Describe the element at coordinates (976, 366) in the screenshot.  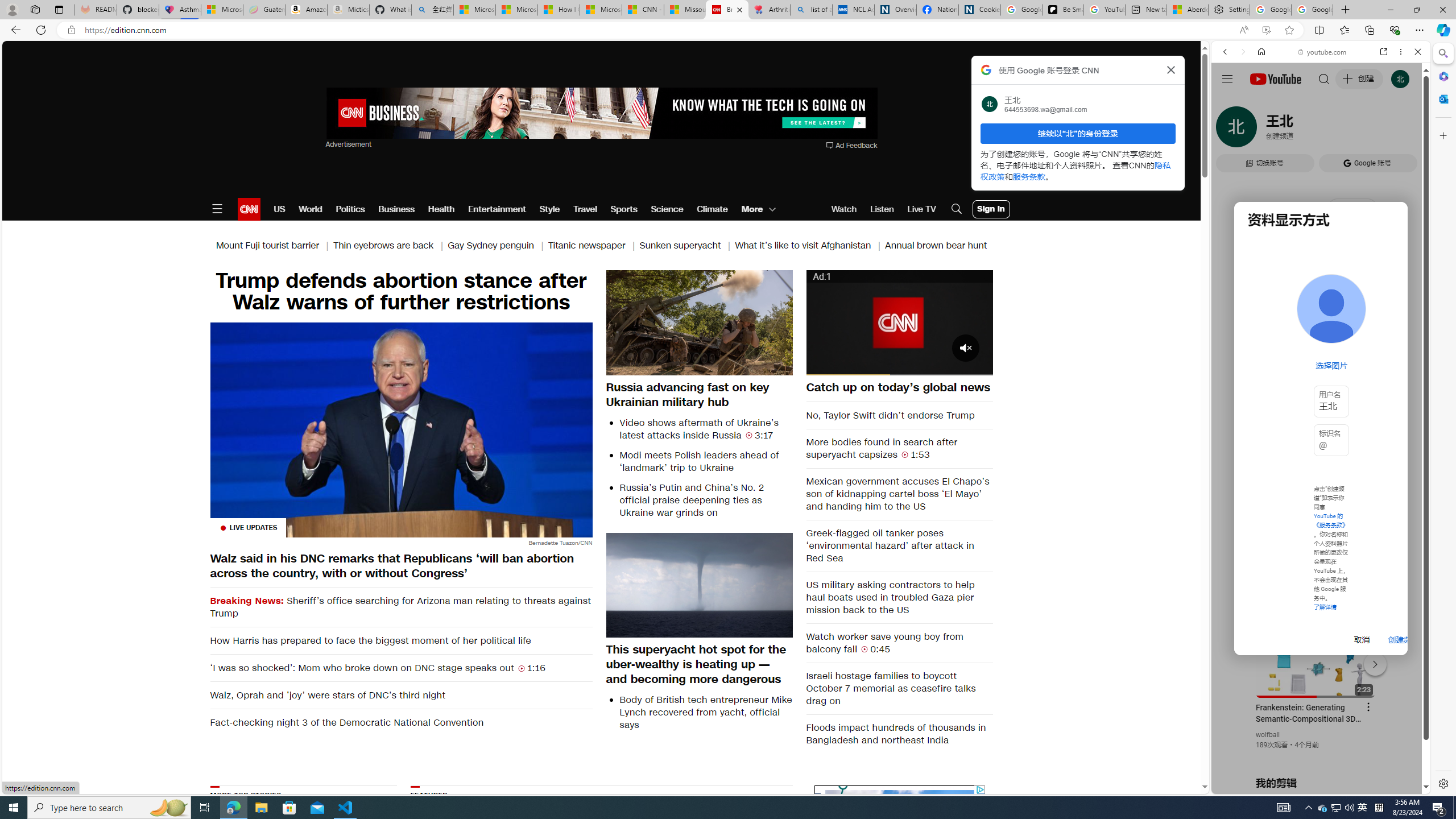
I see `'Fullscreen'` at that location.